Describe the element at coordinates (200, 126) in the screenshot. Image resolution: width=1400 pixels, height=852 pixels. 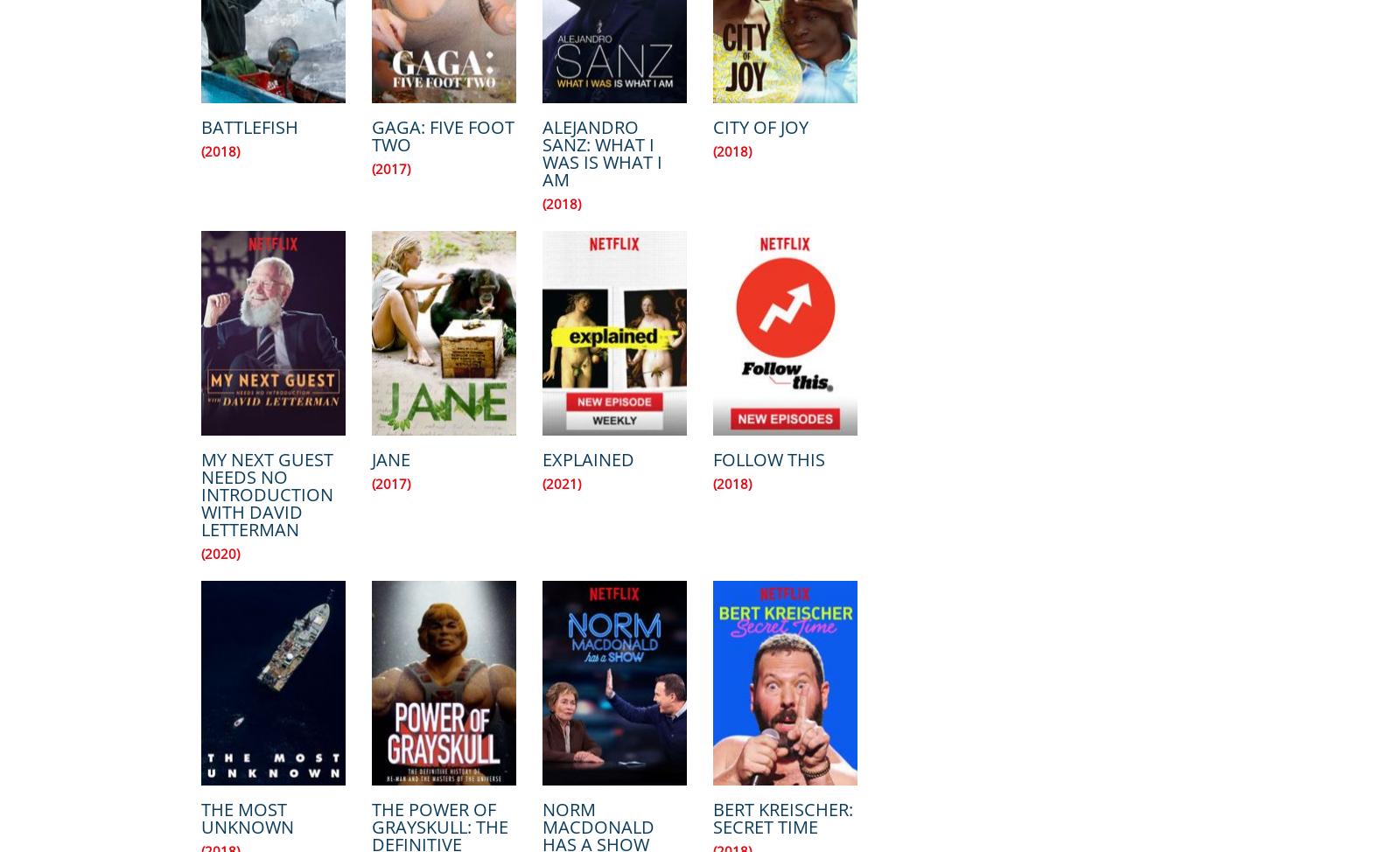
I see `'Battlefish'` at that location.